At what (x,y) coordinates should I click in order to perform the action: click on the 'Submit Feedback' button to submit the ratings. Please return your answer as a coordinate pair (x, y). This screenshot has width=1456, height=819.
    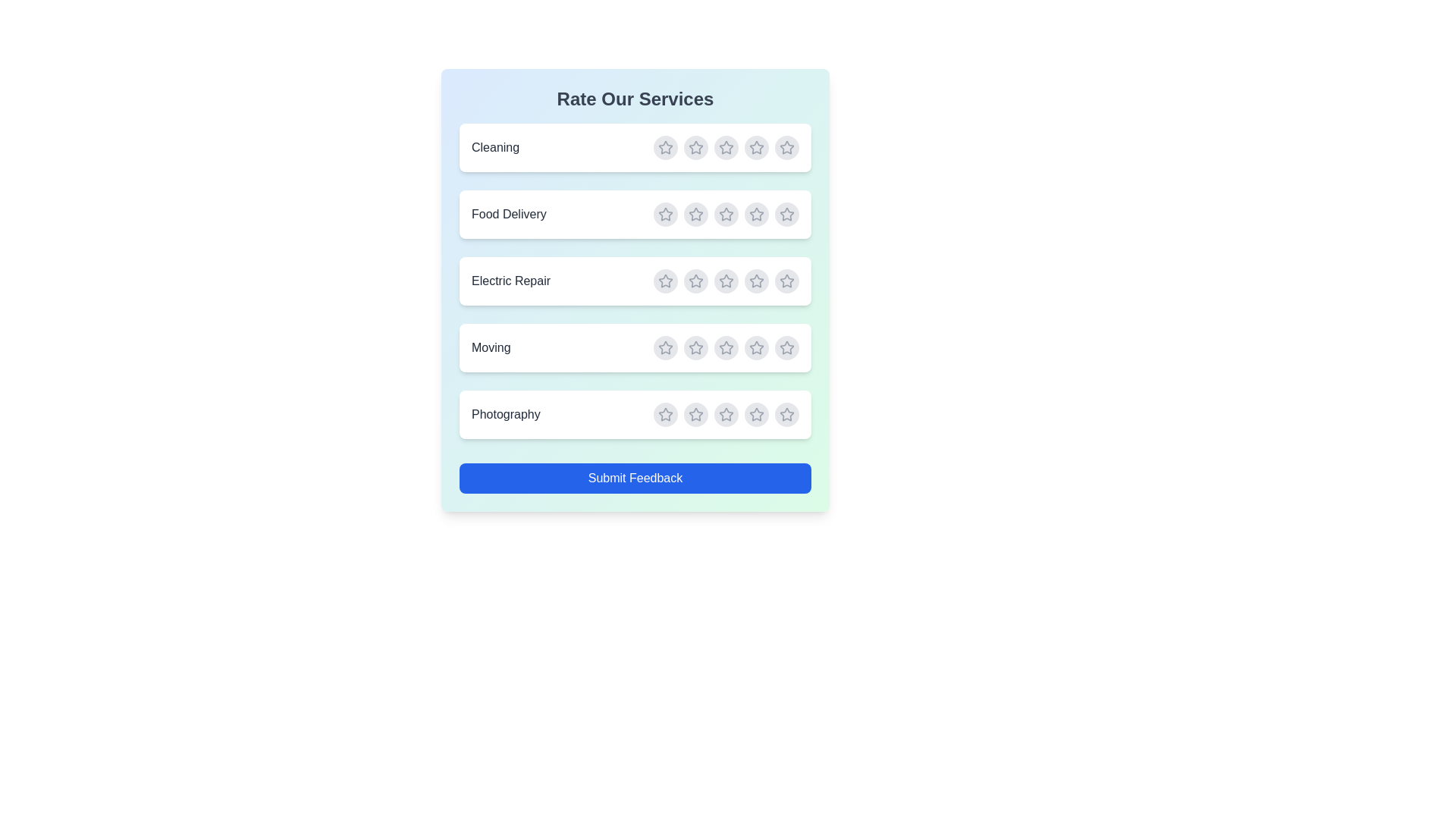
    Looking at the image, I should click on (635, 479).